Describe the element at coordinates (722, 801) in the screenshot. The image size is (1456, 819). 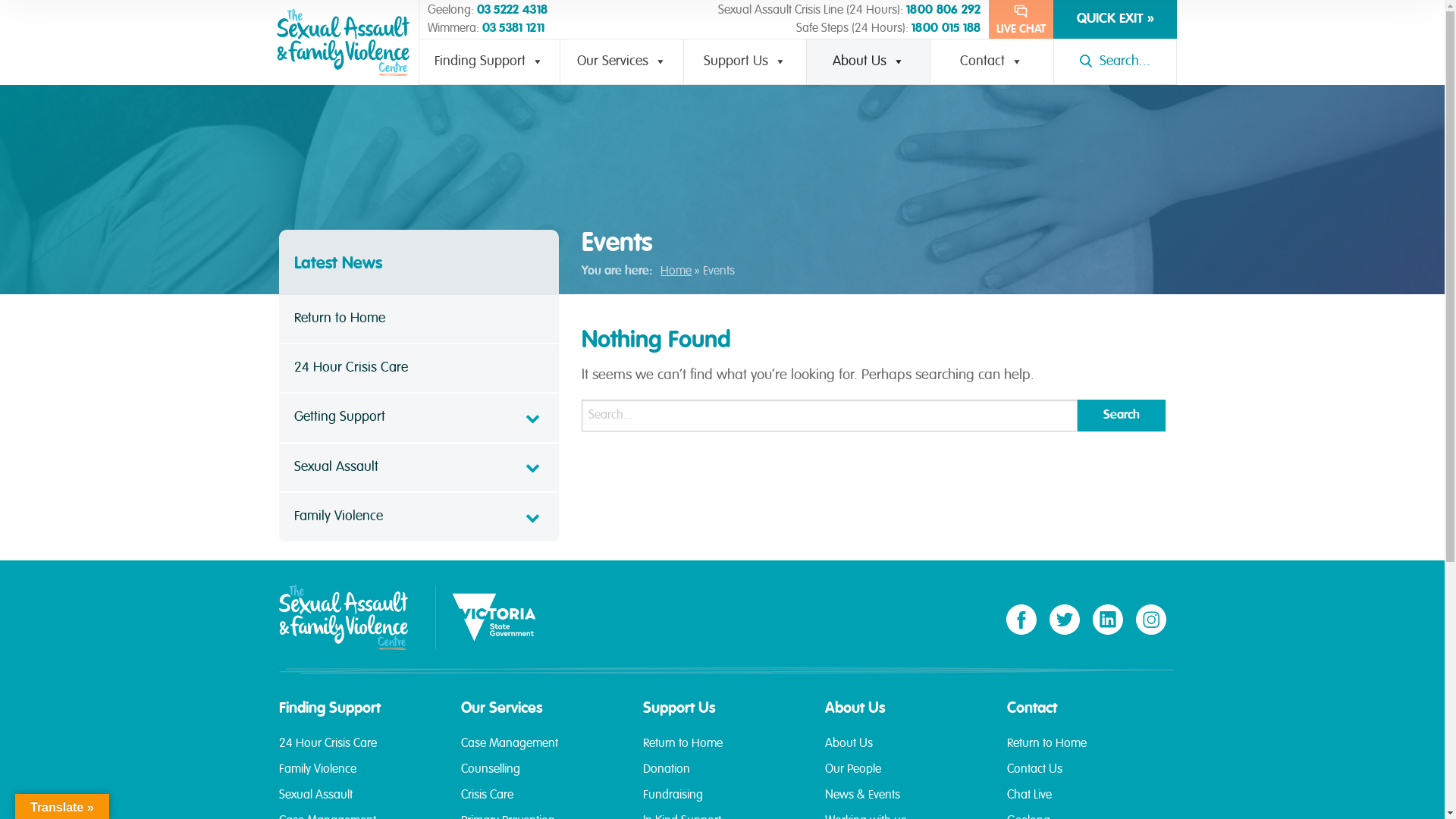
I see `'Fundraising'` at that location.